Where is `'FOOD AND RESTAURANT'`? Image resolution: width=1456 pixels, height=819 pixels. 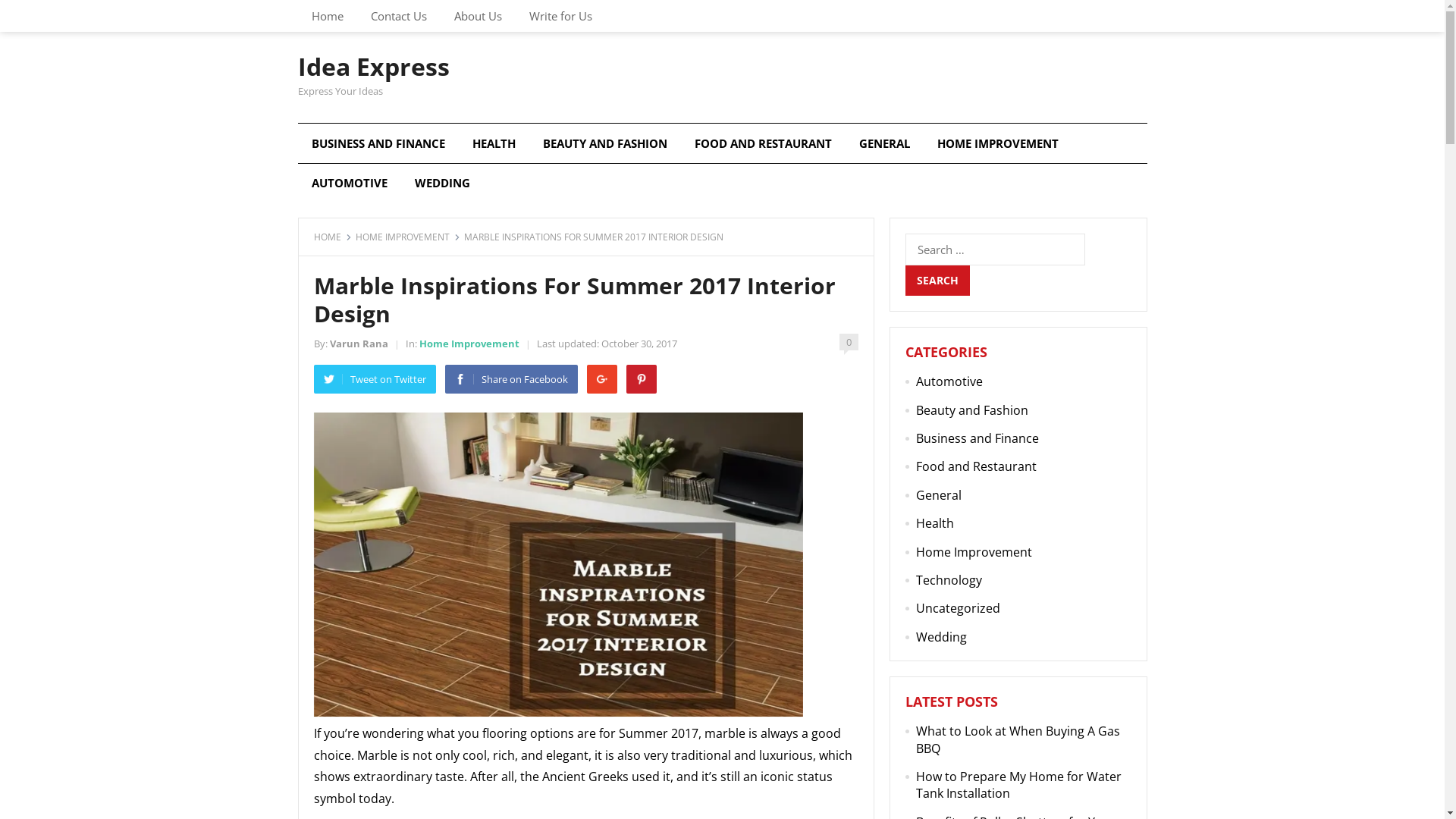
'FOOD AND RESTAURANT' is located at coordinates (763, 143).